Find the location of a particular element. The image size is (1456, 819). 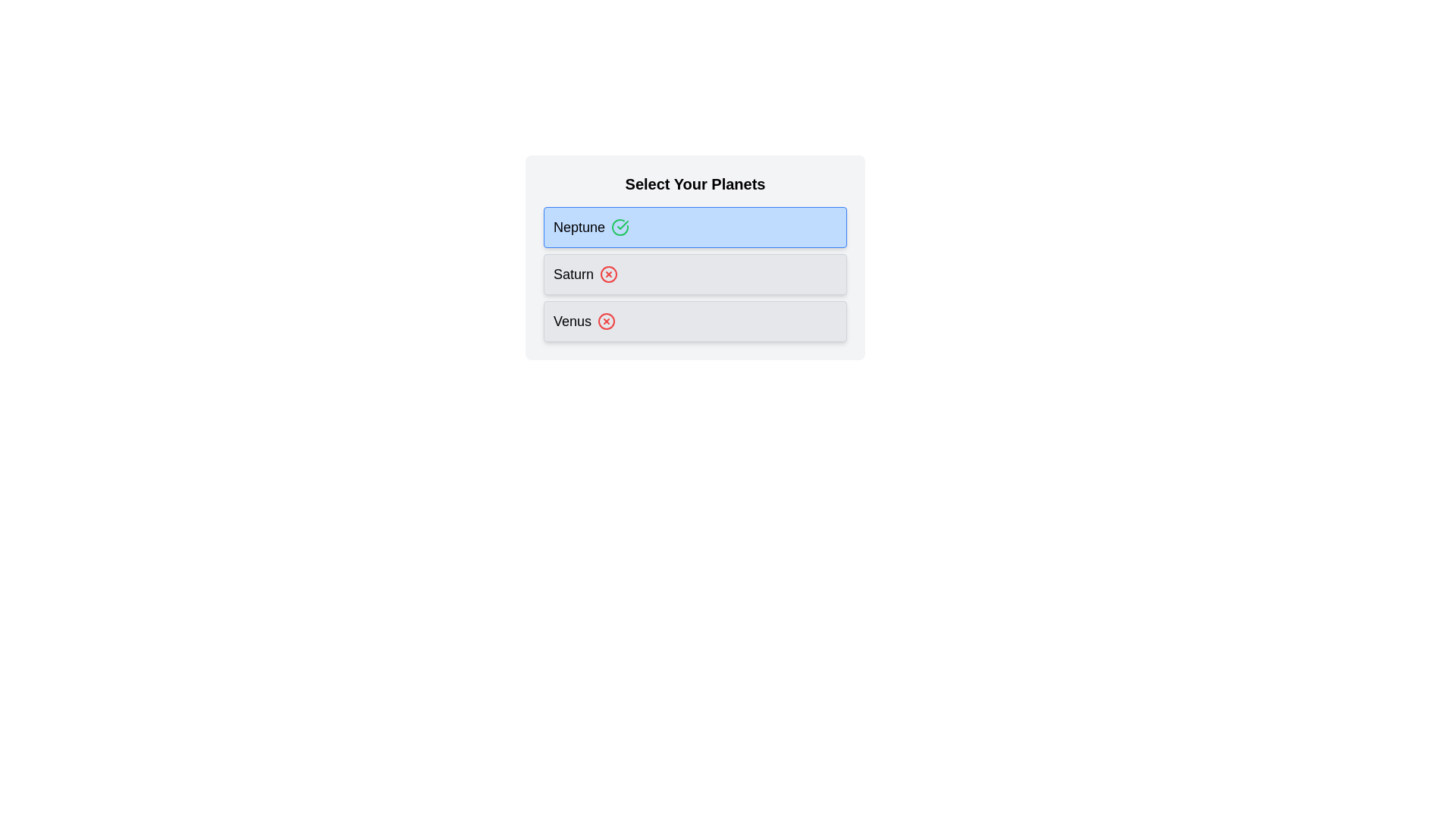

the chip labeled Neptune is located at coordinates (620, 227).